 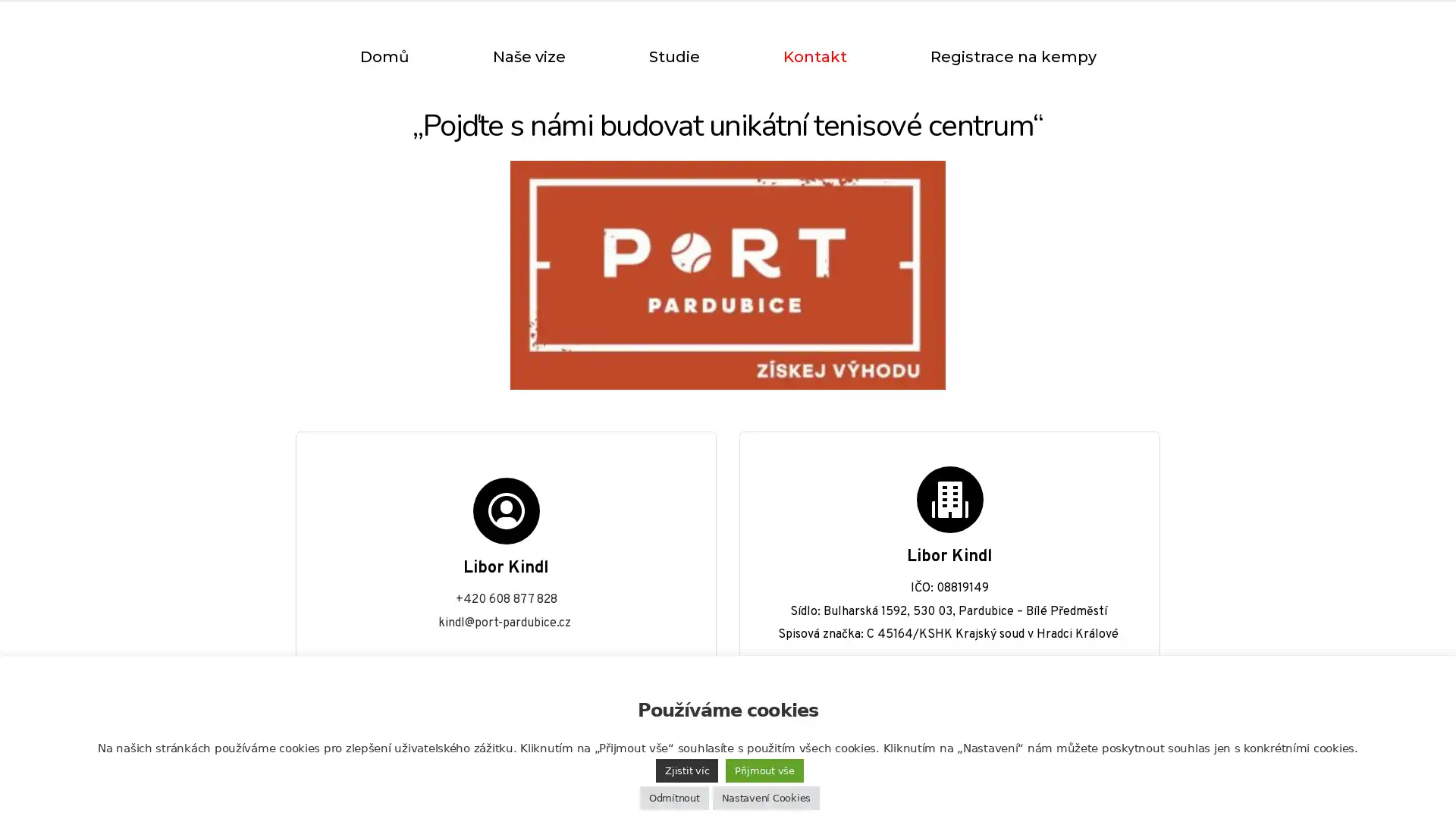 What do you see at coordinates (673, 797) in the screenshot?
I see `Odmitnout` at bounding box center [673, 797].